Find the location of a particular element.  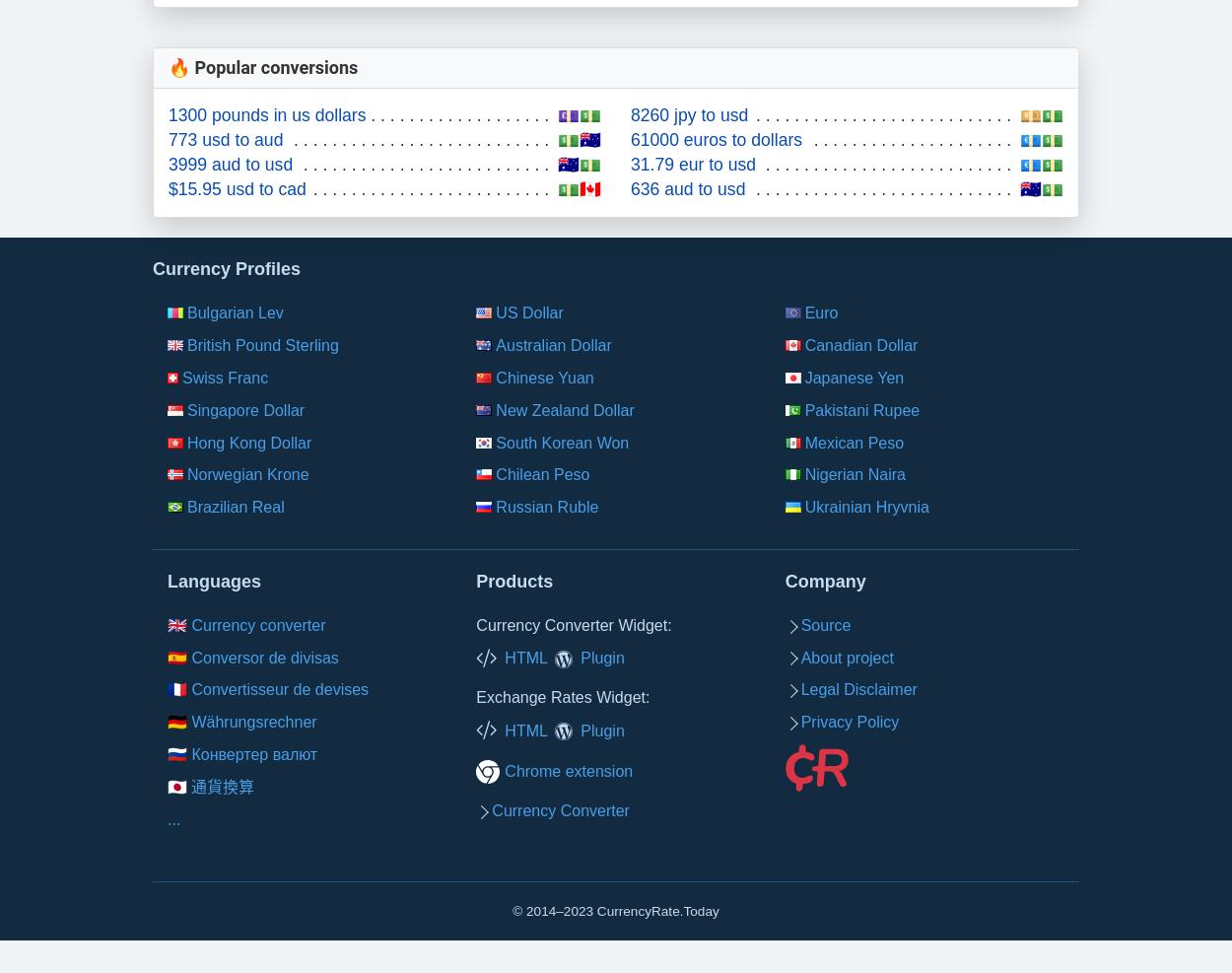

'Privacy Policy' is located at coordinates (849, 721).